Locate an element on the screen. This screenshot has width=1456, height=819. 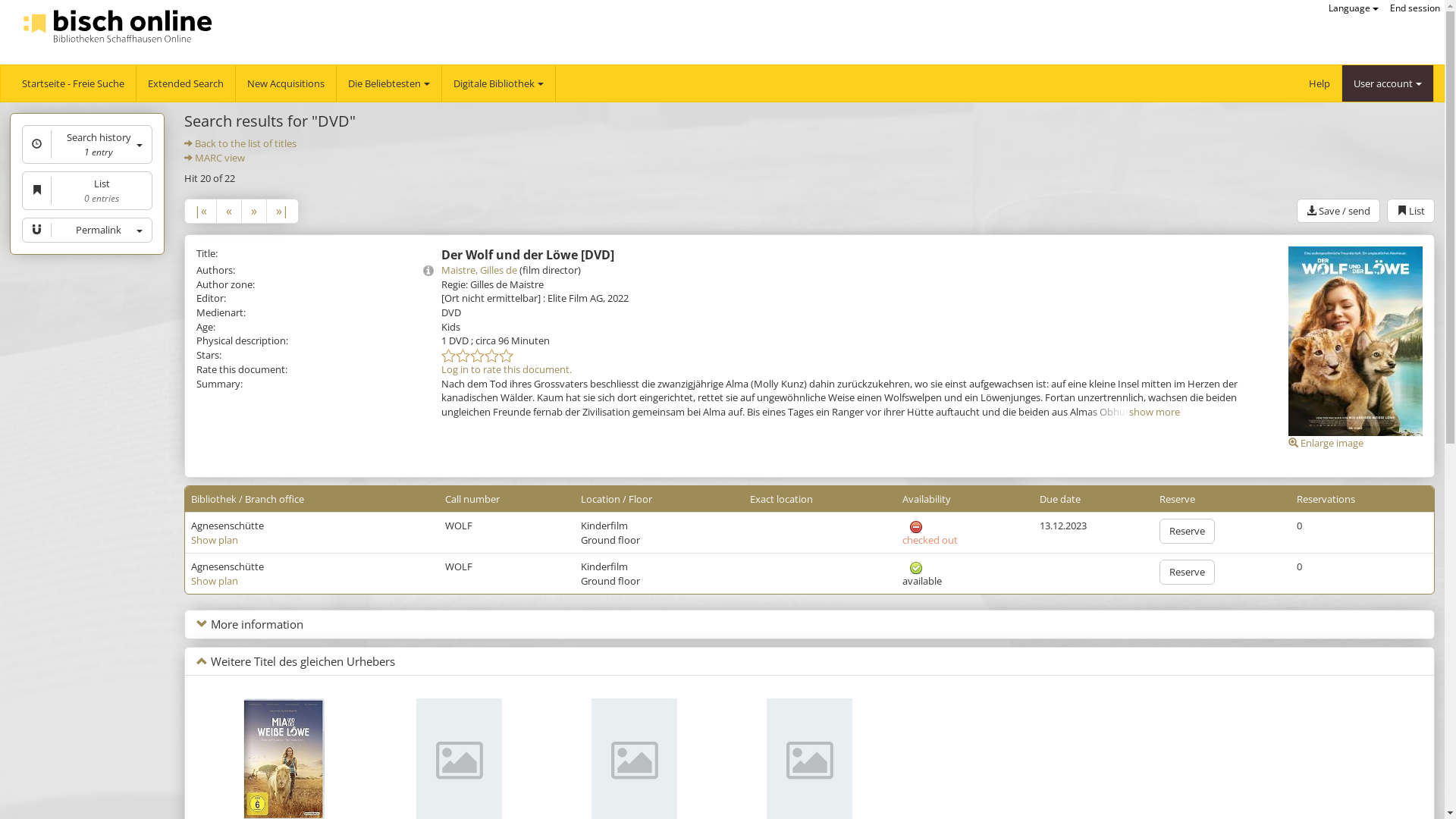
'Maistre, Gilles de' is located at coordinates (479, 268).